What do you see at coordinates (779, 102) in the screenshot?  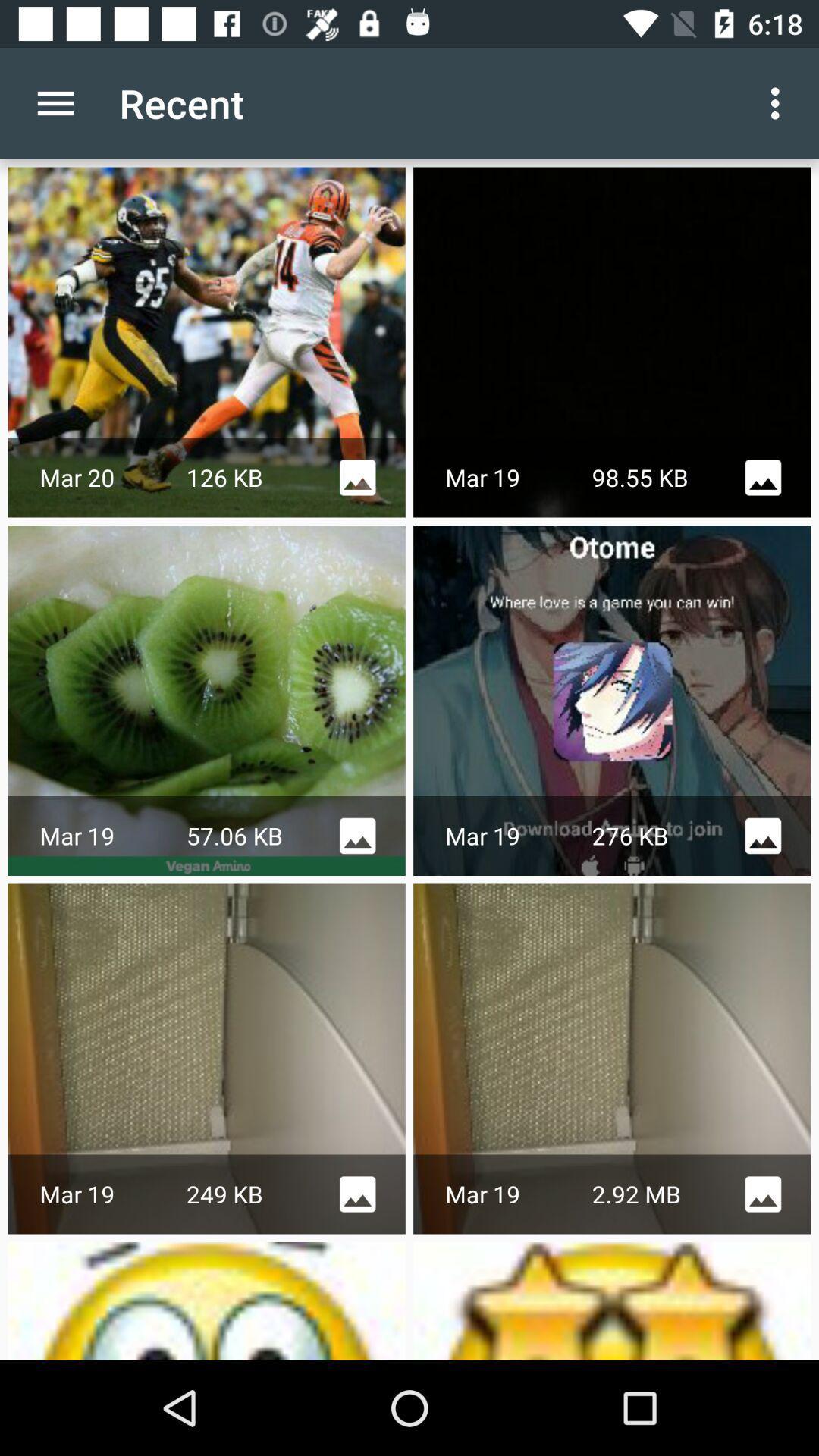 I see `the app next to the recent` at bounding box center [779, 102].